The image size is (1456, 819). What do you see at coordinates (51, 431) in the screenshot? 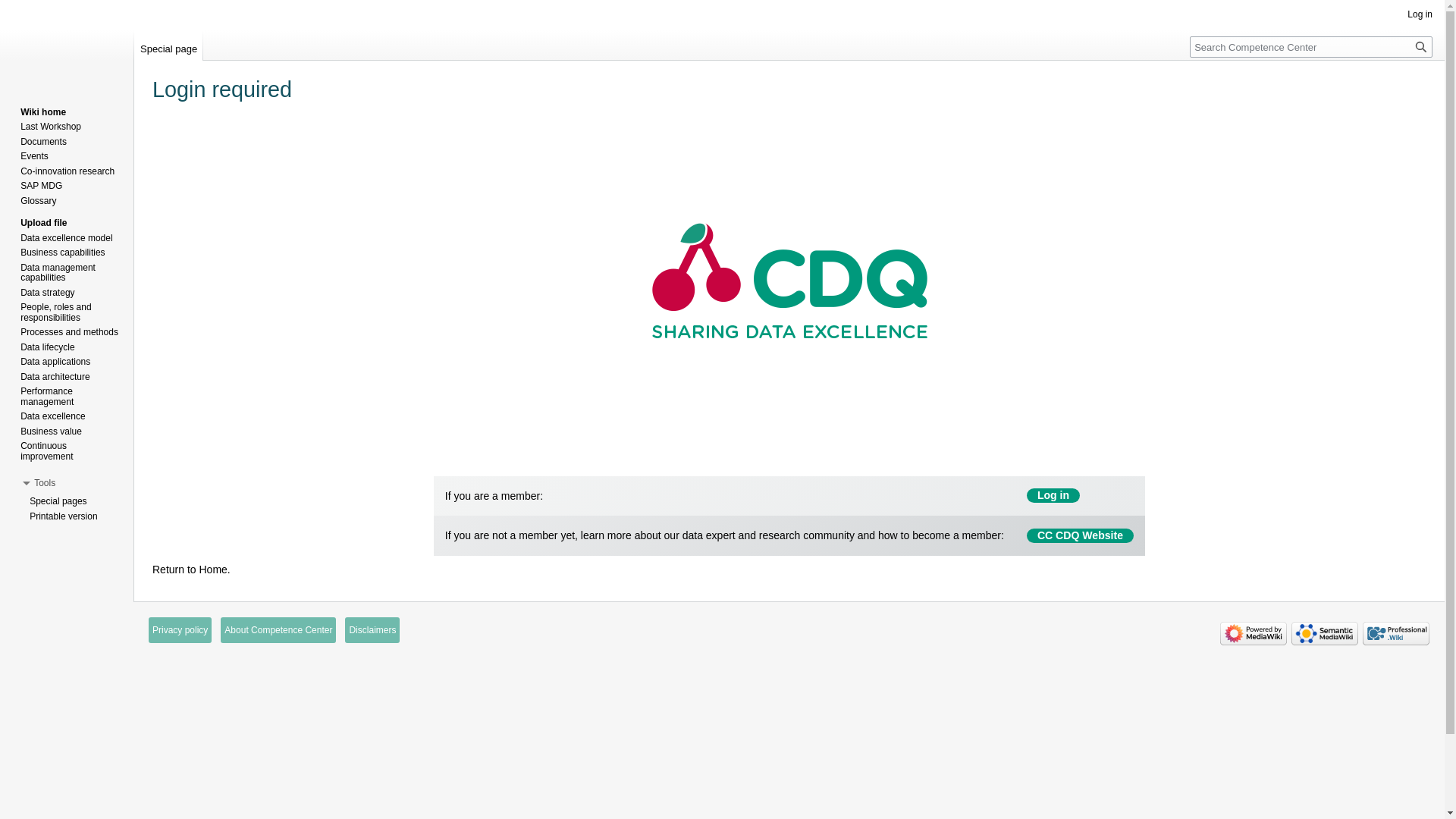
I see `'Business value'` at bounding box center [51, 431].